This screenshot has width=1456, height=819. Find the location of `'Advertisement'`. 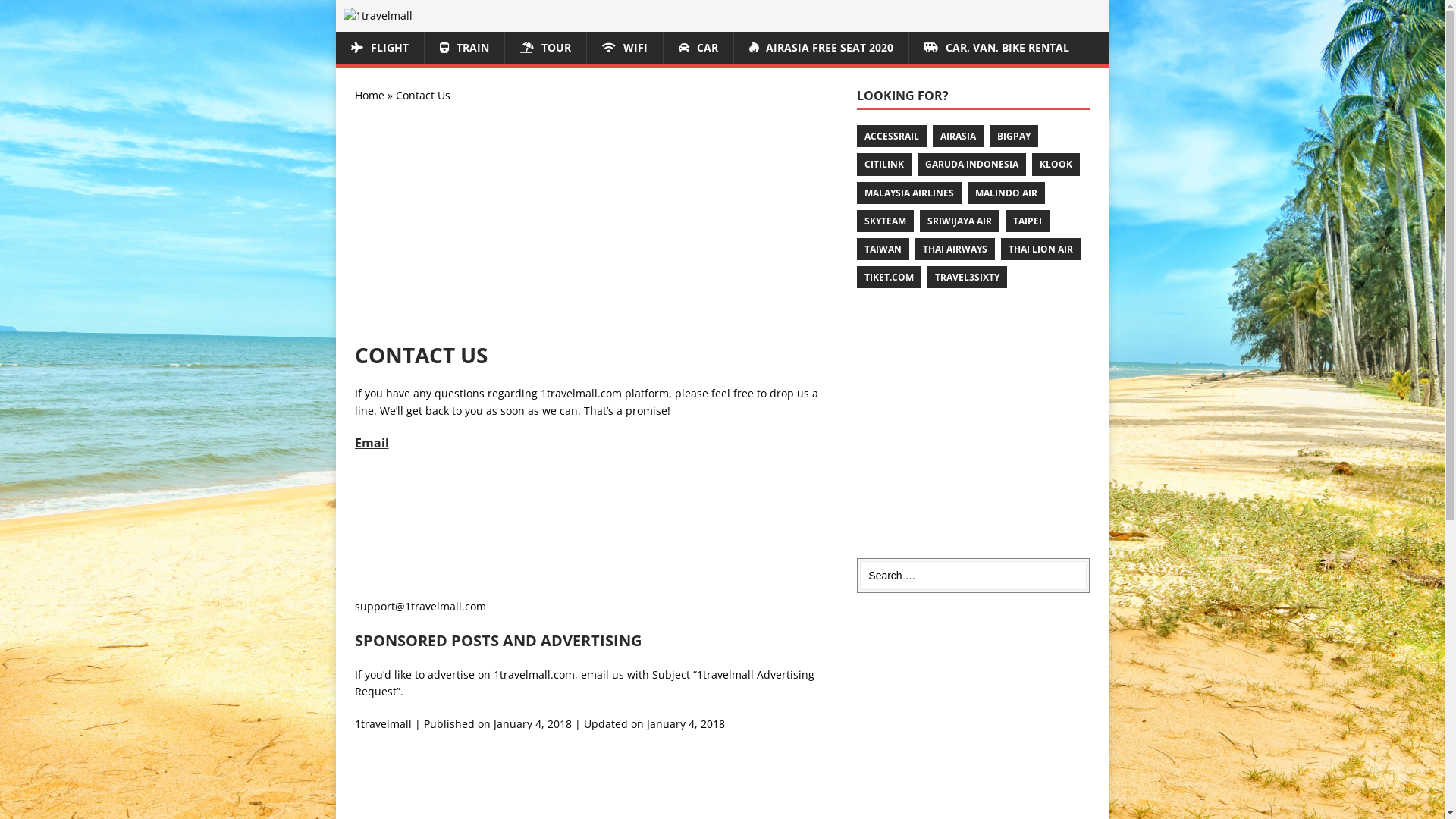

'Advertisement' is located at coordinates (596, 227).